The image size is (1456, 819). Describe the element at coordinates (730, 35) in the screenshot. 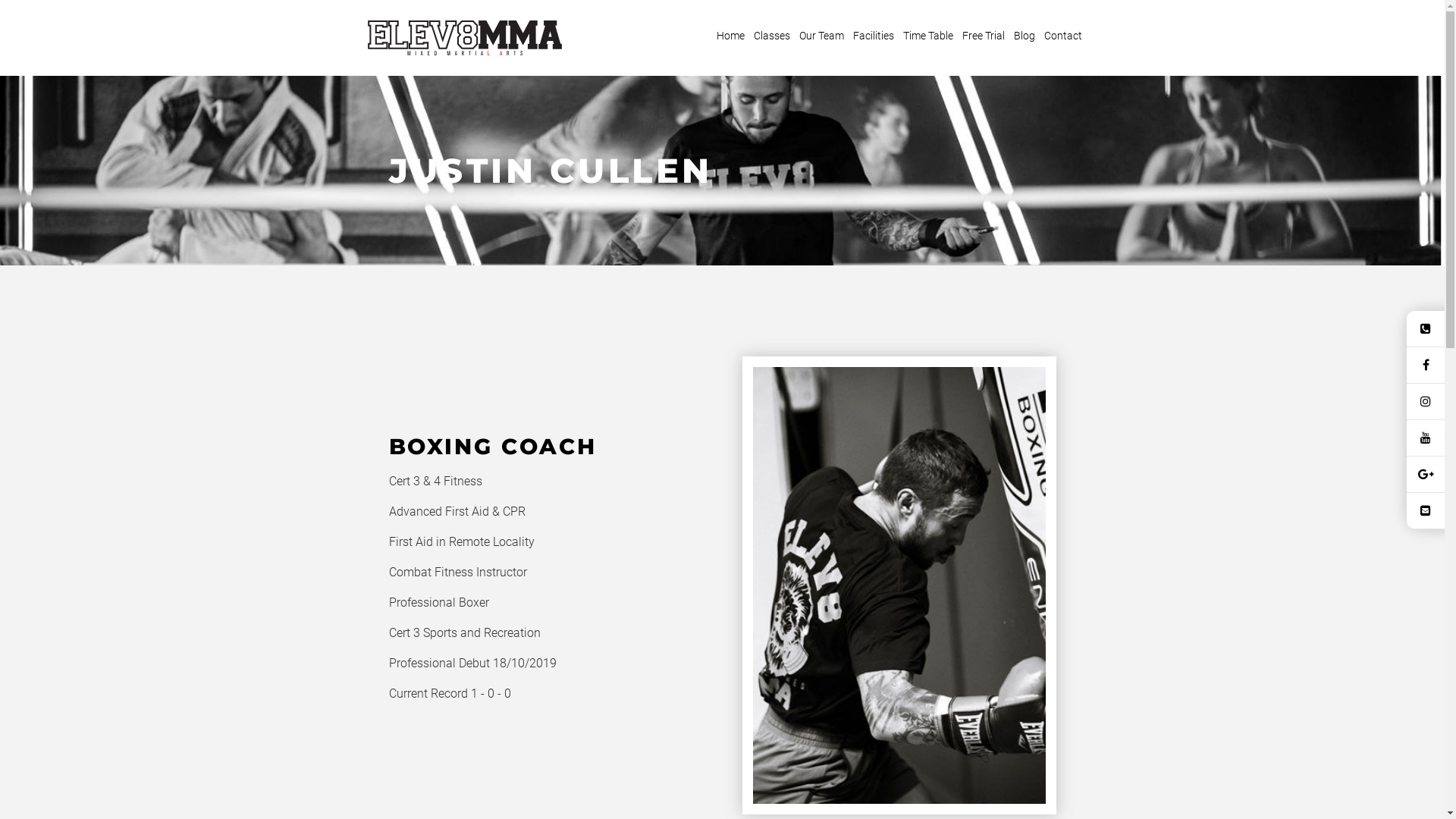

I see `'Home'` at that location.